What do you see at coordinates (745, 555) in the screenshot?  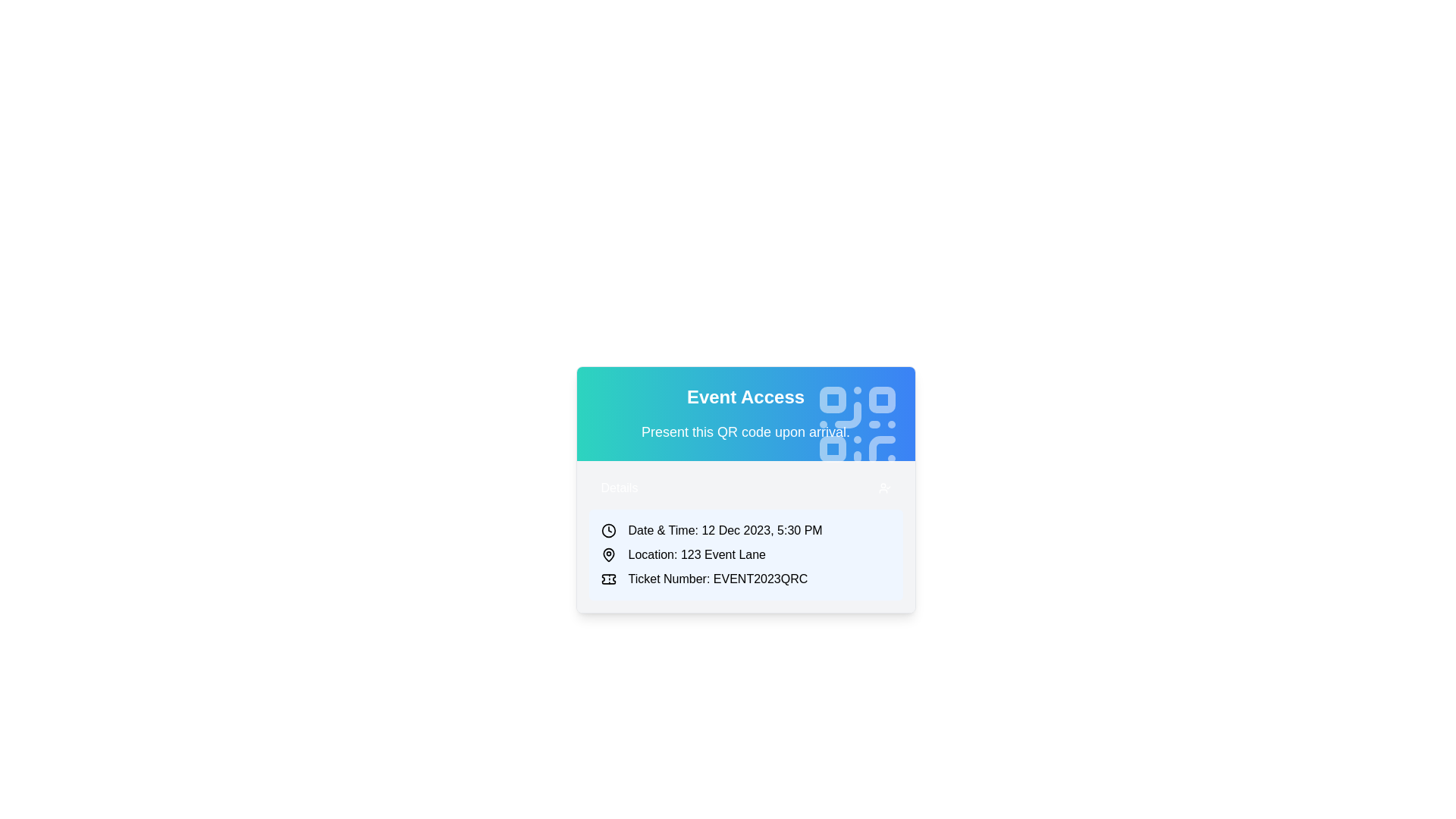 I see `address displayed in the second text label below 'Date & Time' in the 'Event Access' box` at bounding box center [745, 555].